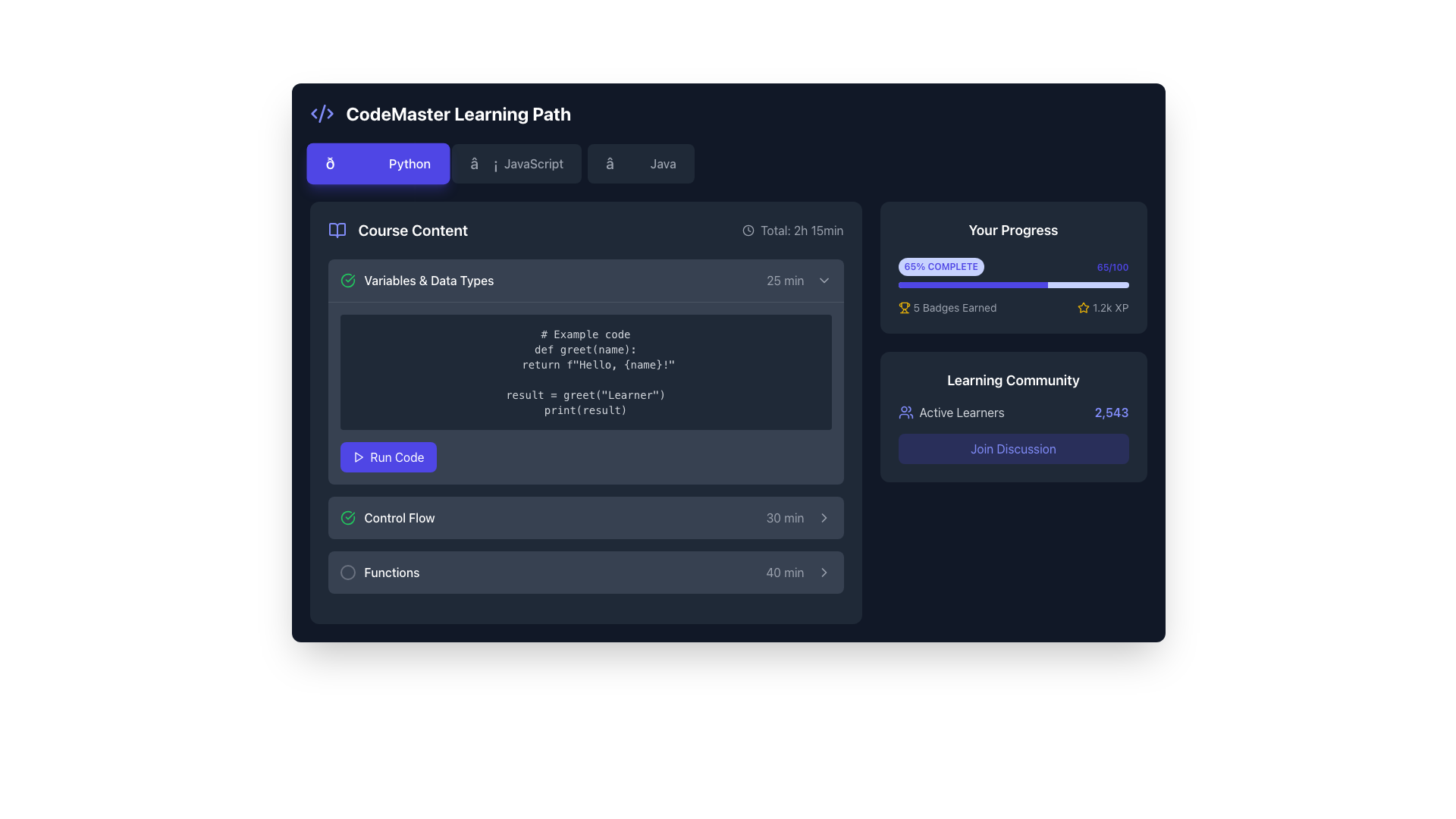  I want to click on the right-facing chevron icon styled in gray, located to the right of the text '25 min', so click(823, 281).